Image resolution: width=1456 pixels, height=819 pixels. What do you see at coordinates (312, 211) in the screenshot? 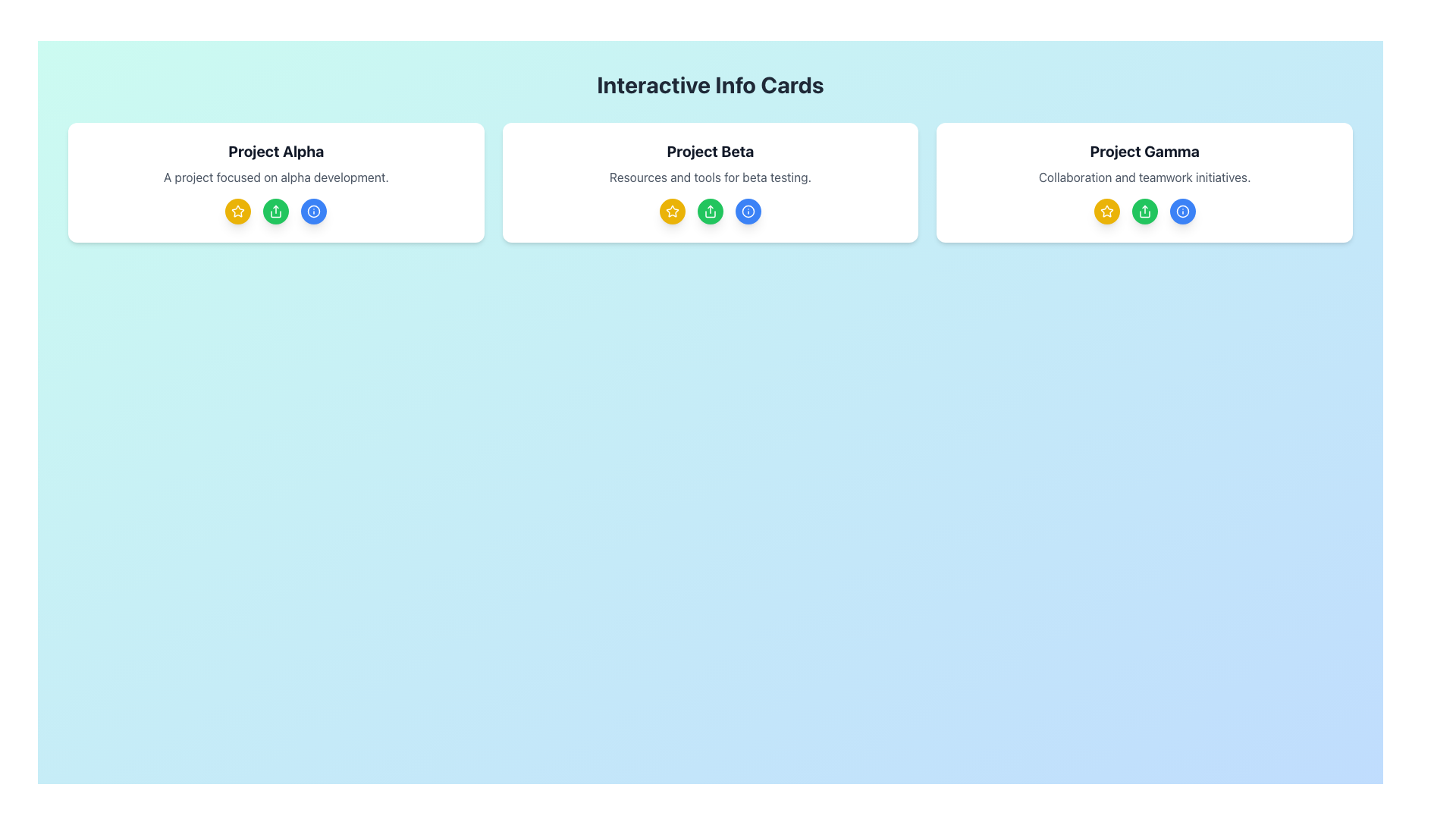
I see `the 'Information' button located to the far right in the row of three circular buttons beneath 'Project Alpha'` at bounding box center [312, 211].